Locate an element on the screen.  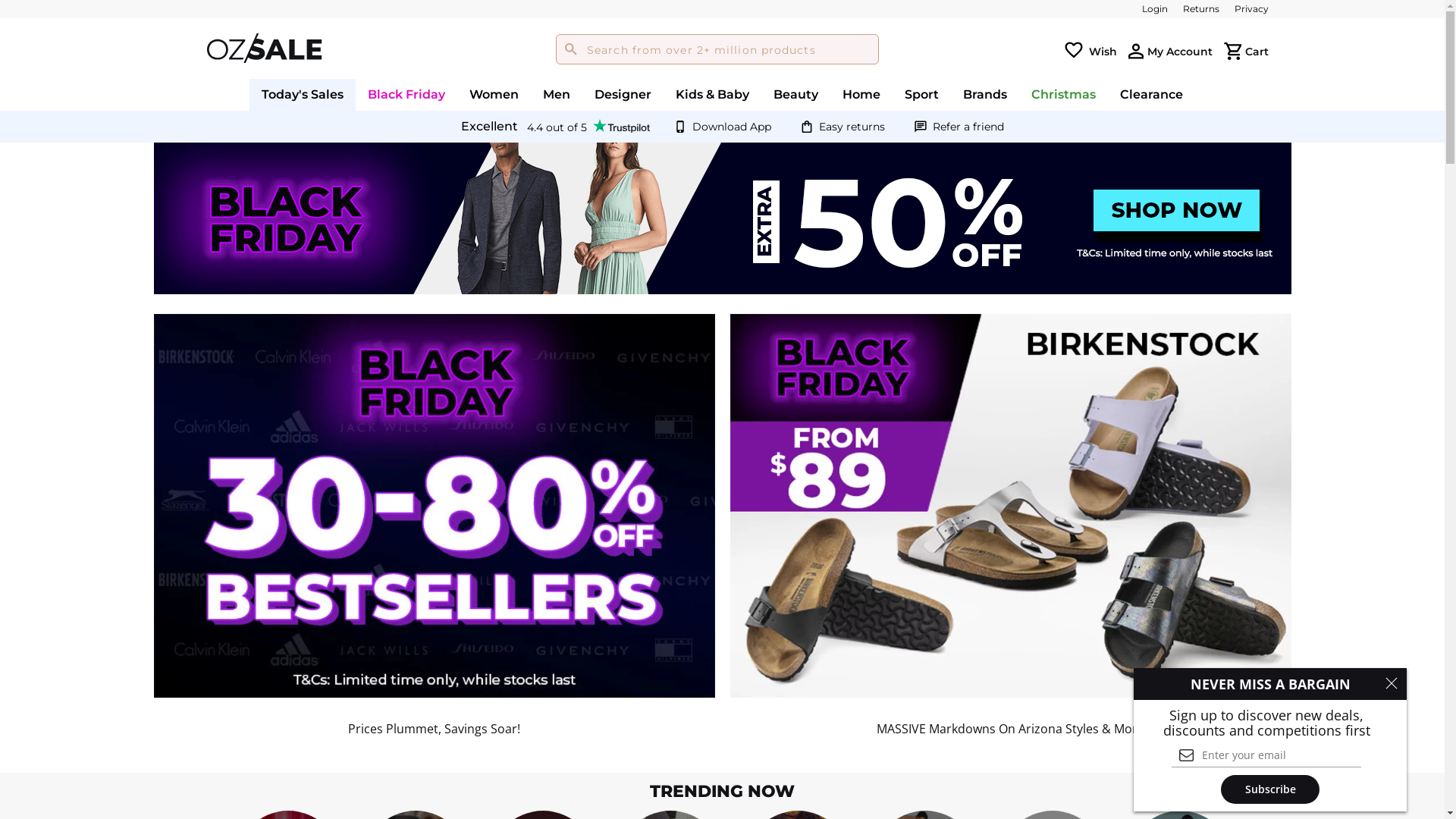
'Wish' is located at coordinates (1103, 49).